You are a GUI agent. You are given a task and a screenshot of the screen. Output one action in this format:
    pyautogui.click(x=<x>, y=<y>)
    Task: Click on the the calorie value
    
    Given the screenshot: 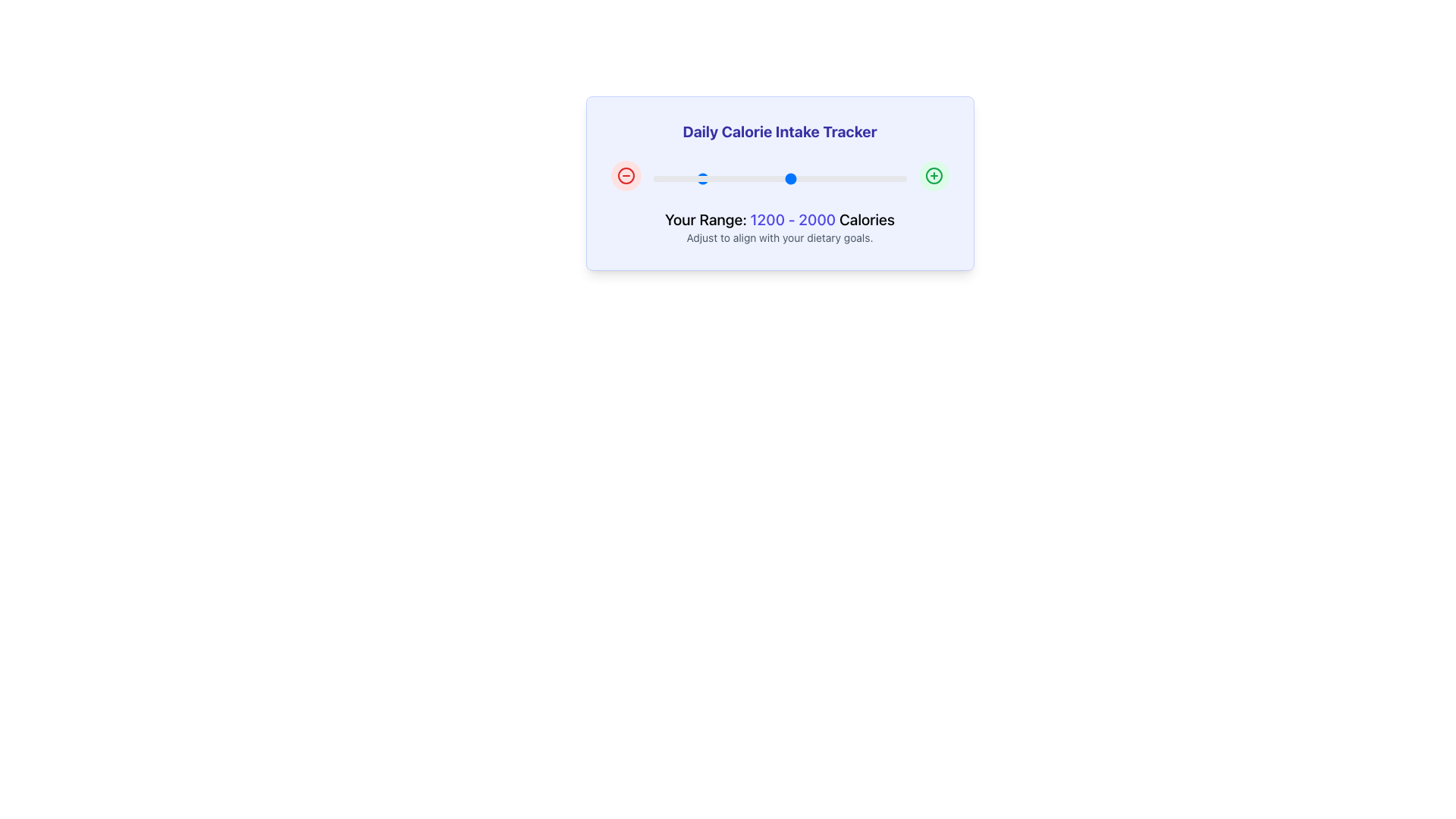 What is the action you would take?
    pyautogui.click(x=659, y=177)
    